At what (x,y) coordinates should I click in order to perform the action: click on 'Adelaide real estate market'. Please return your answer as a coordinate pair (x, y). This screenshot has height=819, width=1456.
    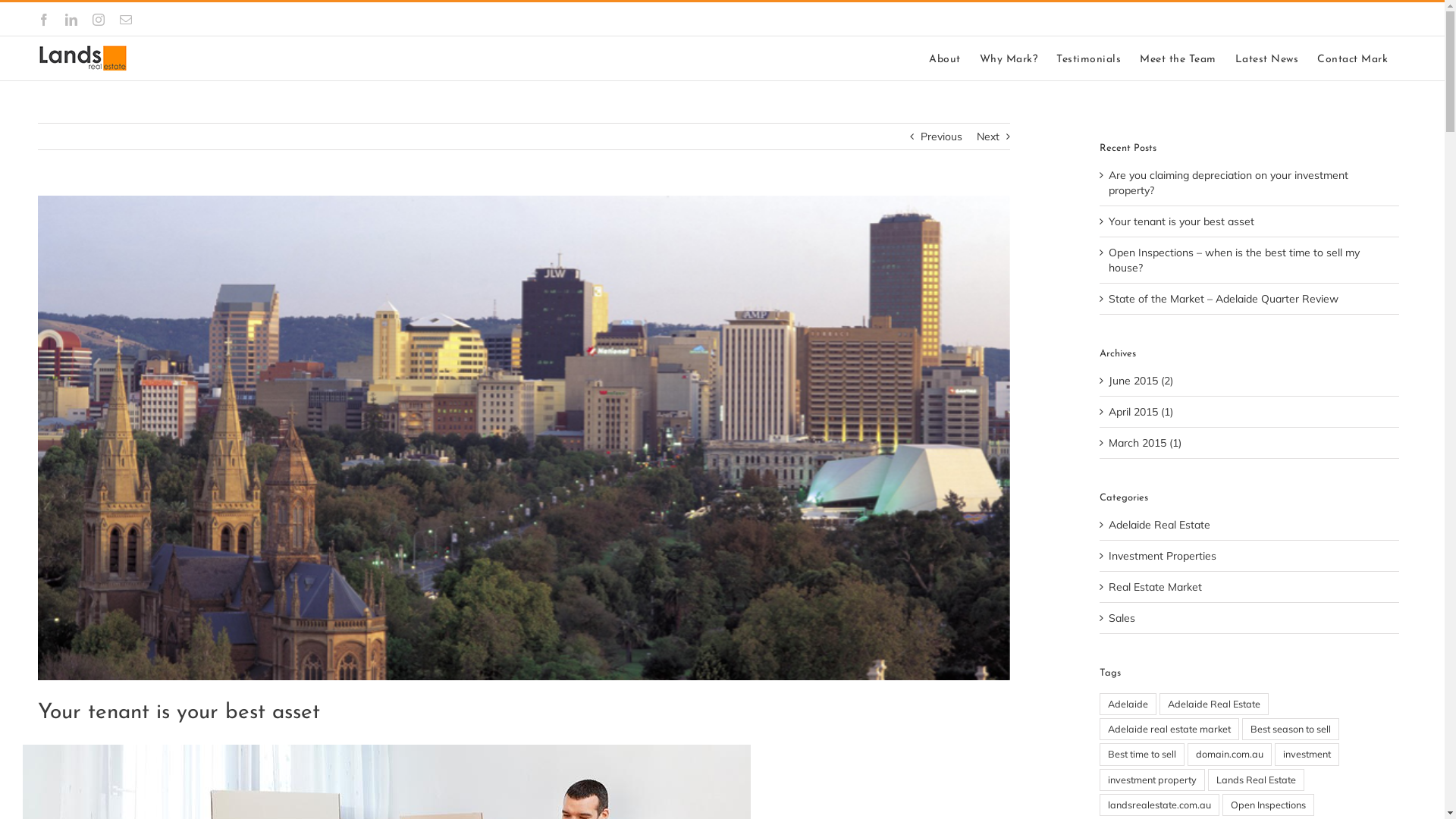
    Looking at the image, I should click on (1168, 728).